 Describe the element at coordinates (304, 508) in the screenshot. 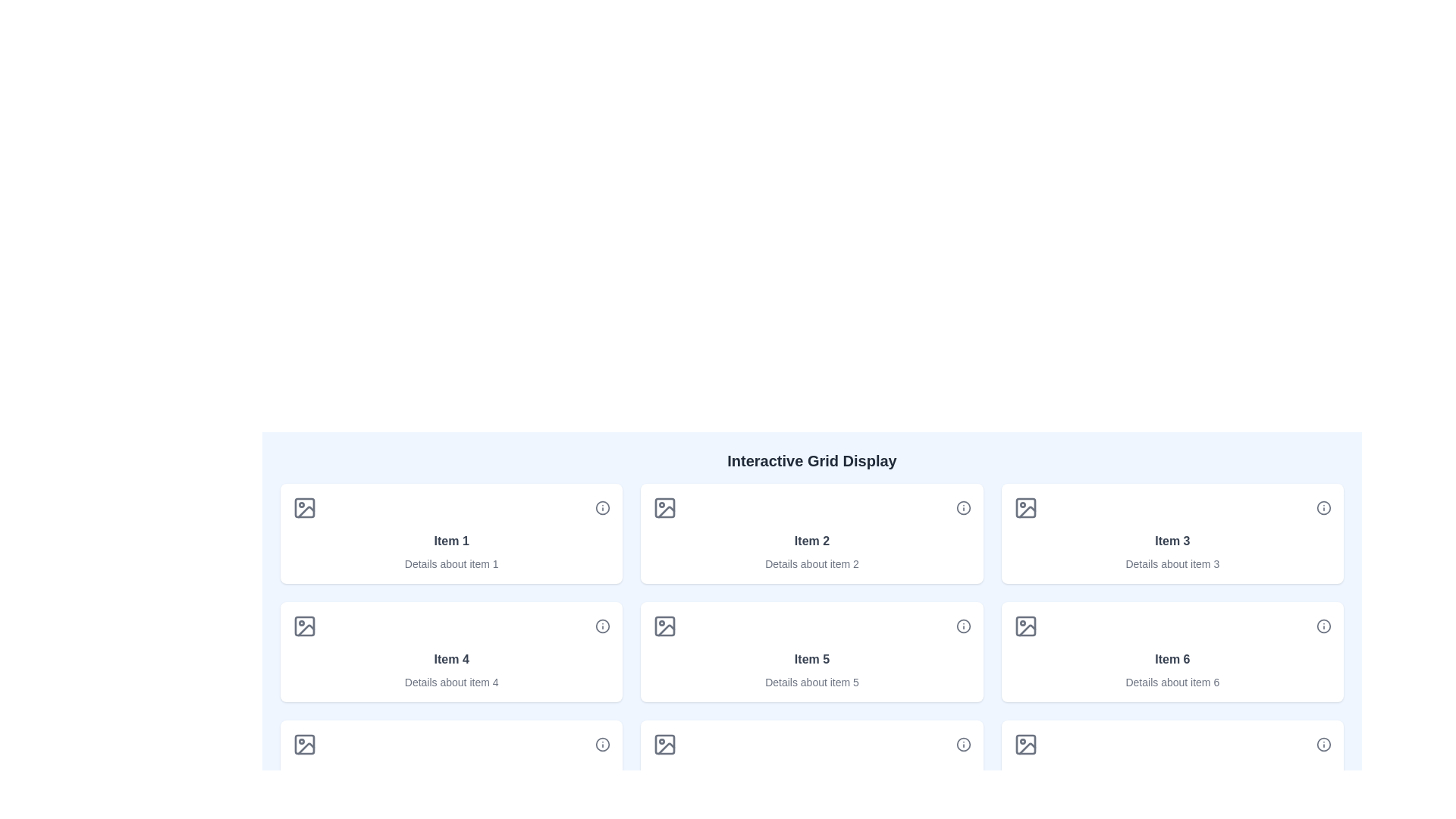

I see `the icon located in the top-left corner of the grid layout, specifically within the first card labeled 'Item 1', which serves as a visual placeholder for image-related content` at that location.